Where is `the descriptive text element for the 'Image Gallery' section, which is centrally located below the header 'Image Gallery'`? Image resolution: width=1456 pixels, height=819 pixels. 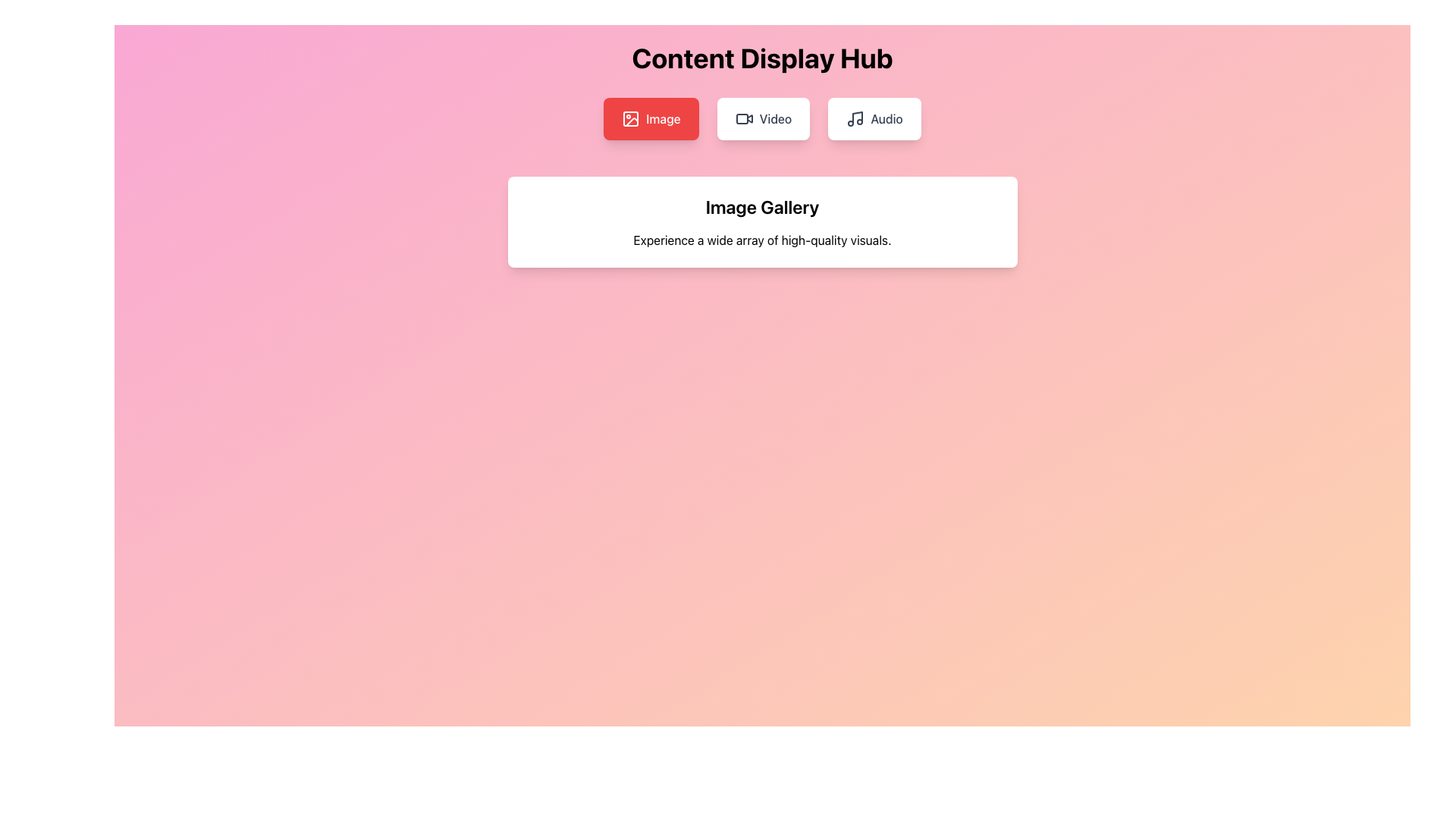
the descriptive text element for the 'Image Gallery' section, which is centrally located below the header 'Image Gallery' is located at coordinates (762, 239).